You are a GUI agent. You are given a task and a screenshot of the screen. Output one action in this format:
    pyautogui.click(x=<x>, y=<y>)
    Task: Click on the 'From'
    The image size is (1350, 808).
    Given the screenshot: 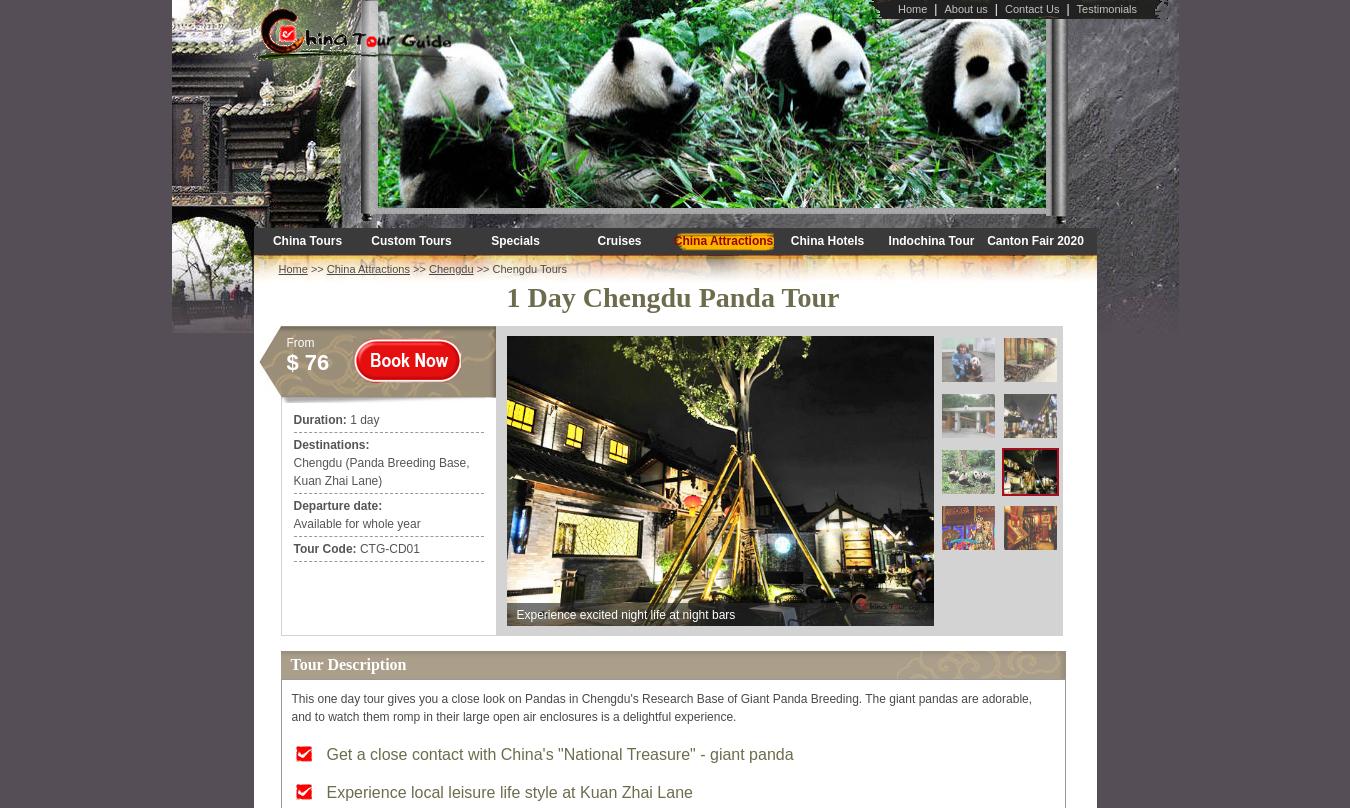 What is the action you would take?
    pyautogui.click(x=298, y=341)
    